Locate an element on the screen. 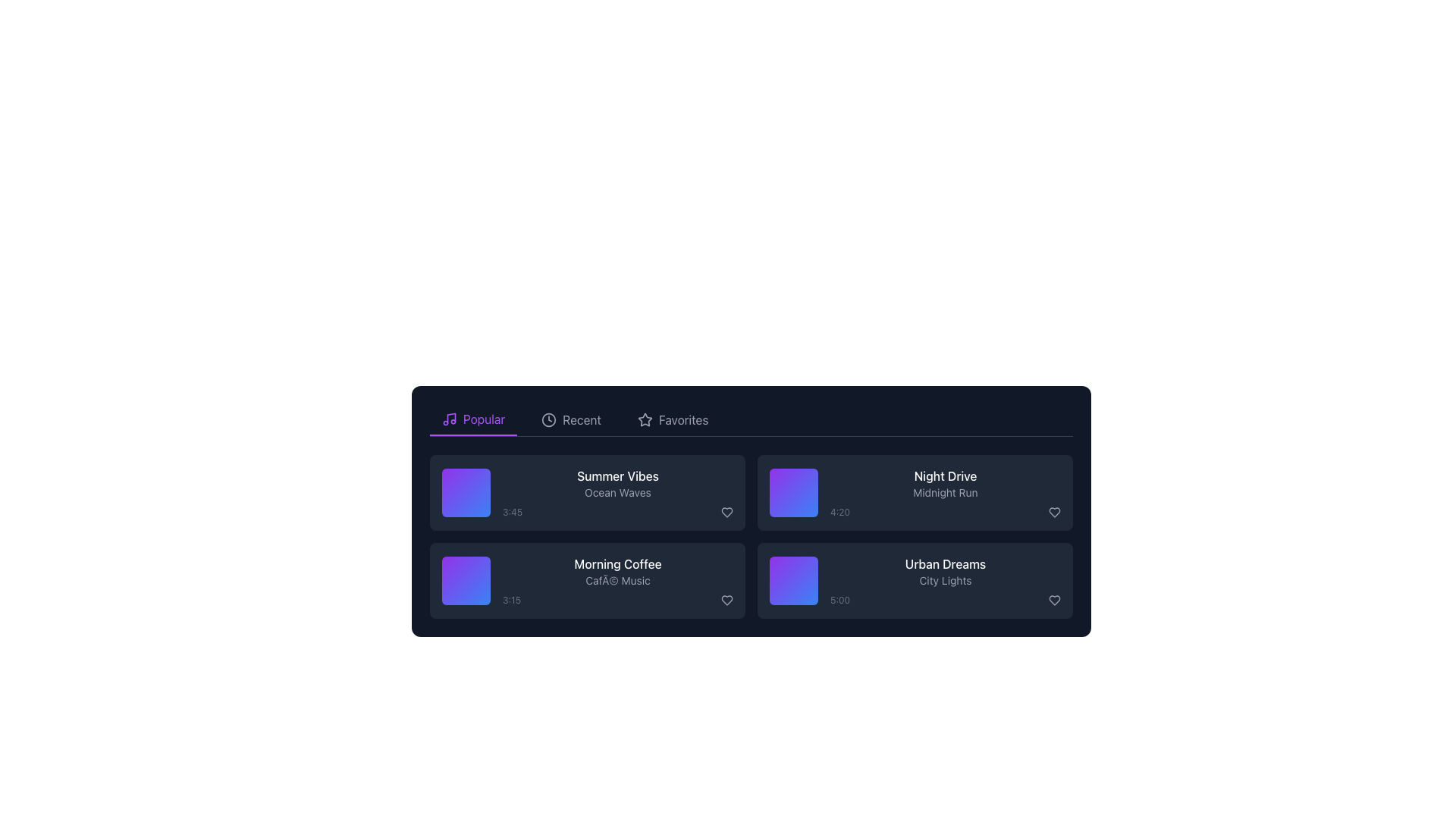  the 'Favorites' tab in the horizontal menu bar is located at coordinates (672, 420).